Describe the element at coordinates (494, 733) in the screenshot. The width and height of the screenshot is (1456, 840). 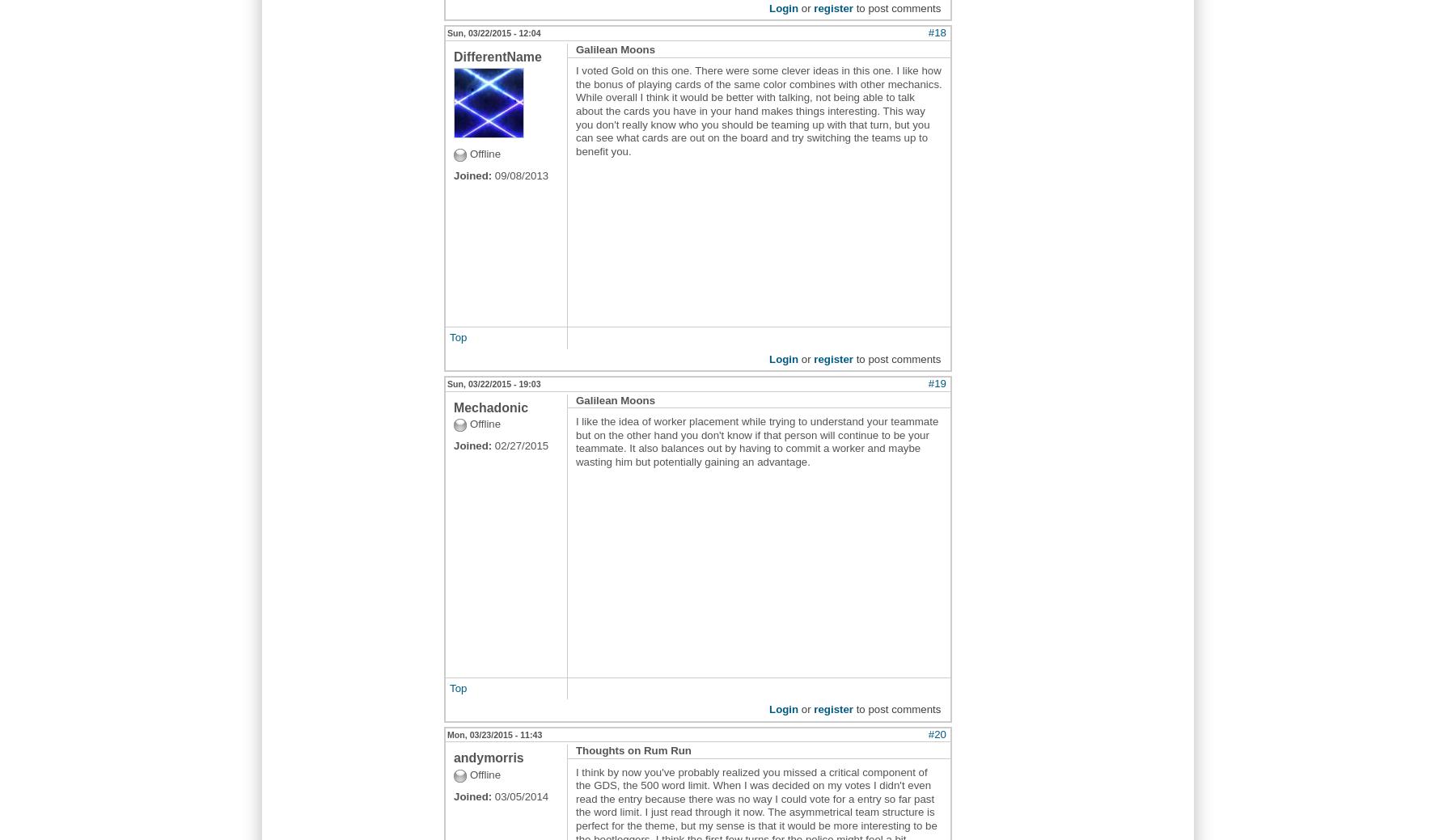
I see `'Mon, 03/23/2015 - 11:43'` at that location.